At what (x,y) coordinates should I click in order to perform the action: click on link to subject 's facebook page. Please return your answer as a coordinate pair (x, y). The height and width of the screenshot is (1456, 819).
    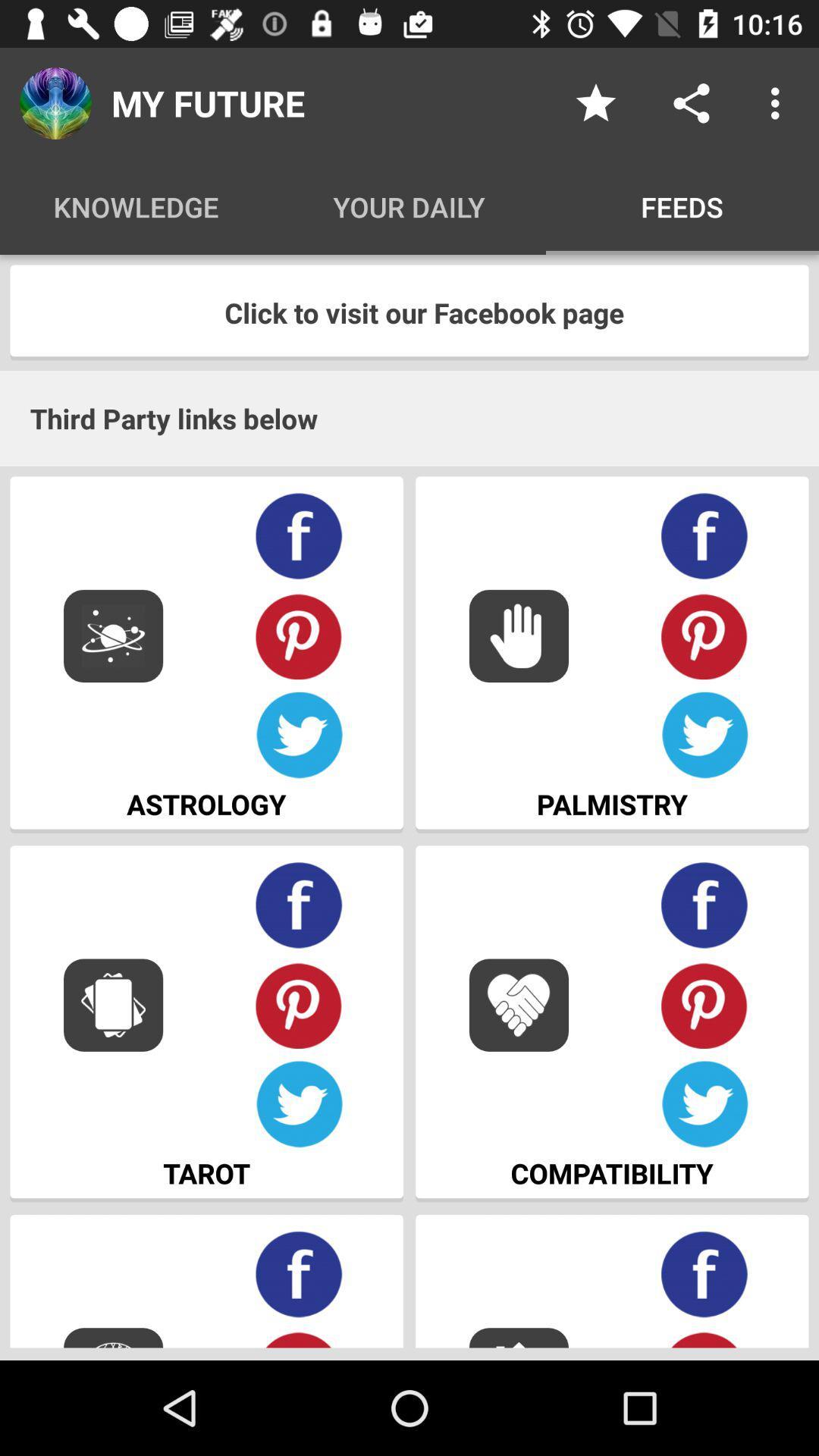
    Looking at the image, I should click on (299, 536).